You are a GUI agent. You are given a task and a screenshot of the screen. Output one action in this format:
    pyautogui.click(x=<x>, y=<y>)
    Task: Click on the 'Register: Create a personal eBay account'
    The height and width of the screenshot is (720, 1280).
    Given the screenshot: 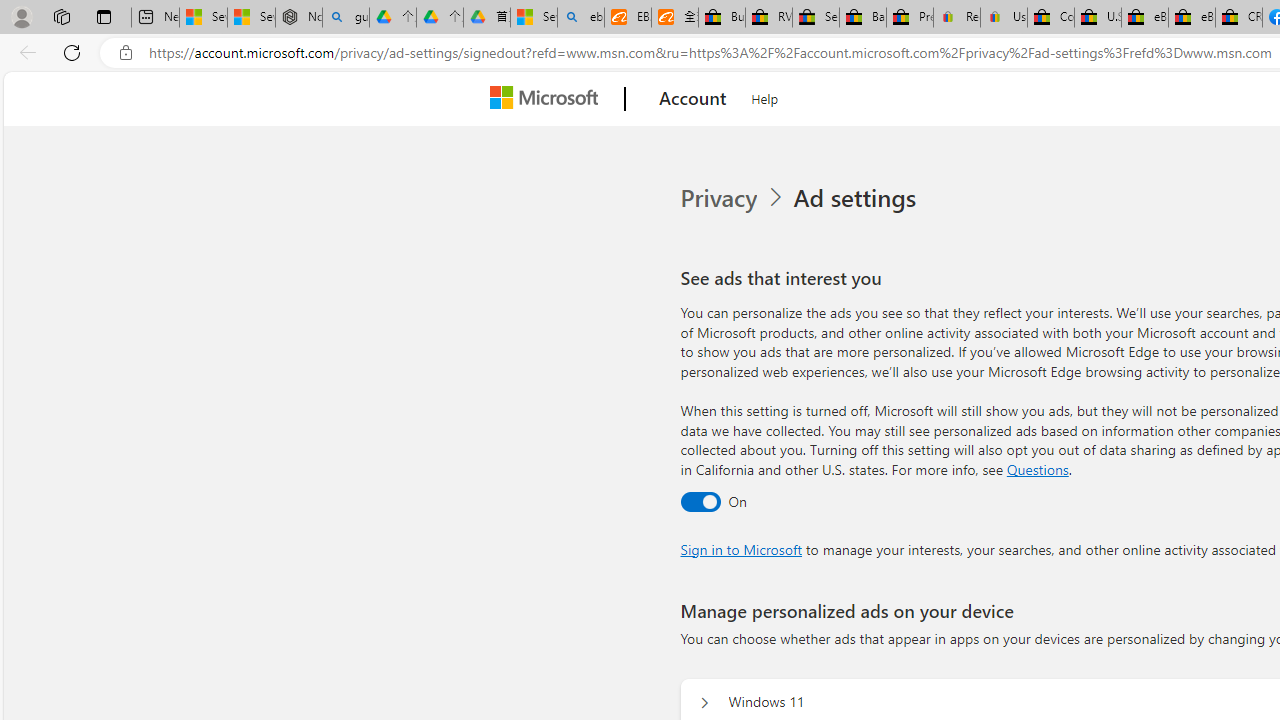 What is the action you would take?
    pyautogui.click(x=956, y=17)
    